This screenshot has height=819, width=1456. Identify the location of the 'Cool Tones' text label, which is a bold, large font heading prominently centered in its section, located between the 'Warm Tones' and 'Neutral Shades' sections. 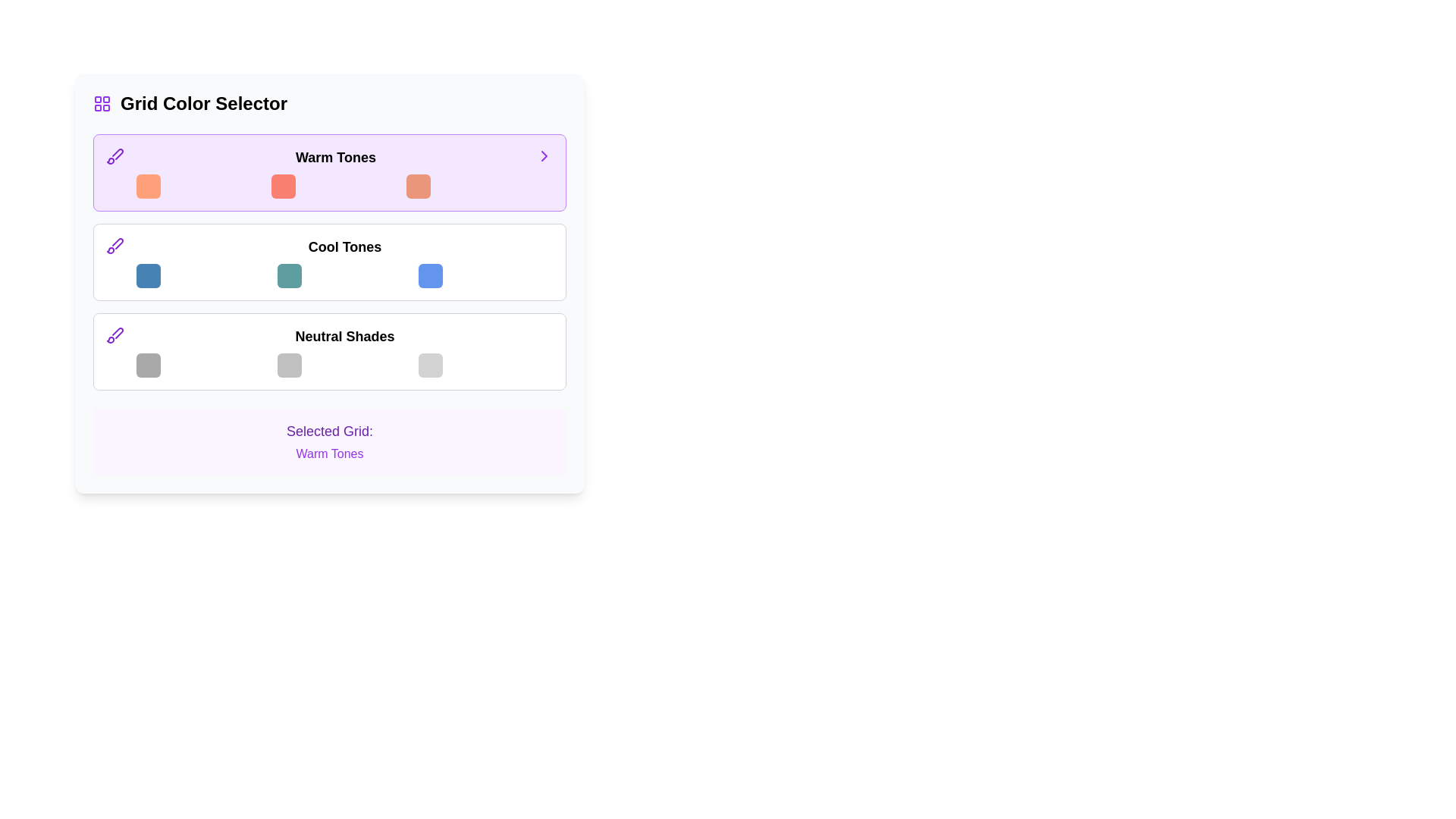
(344, 246).